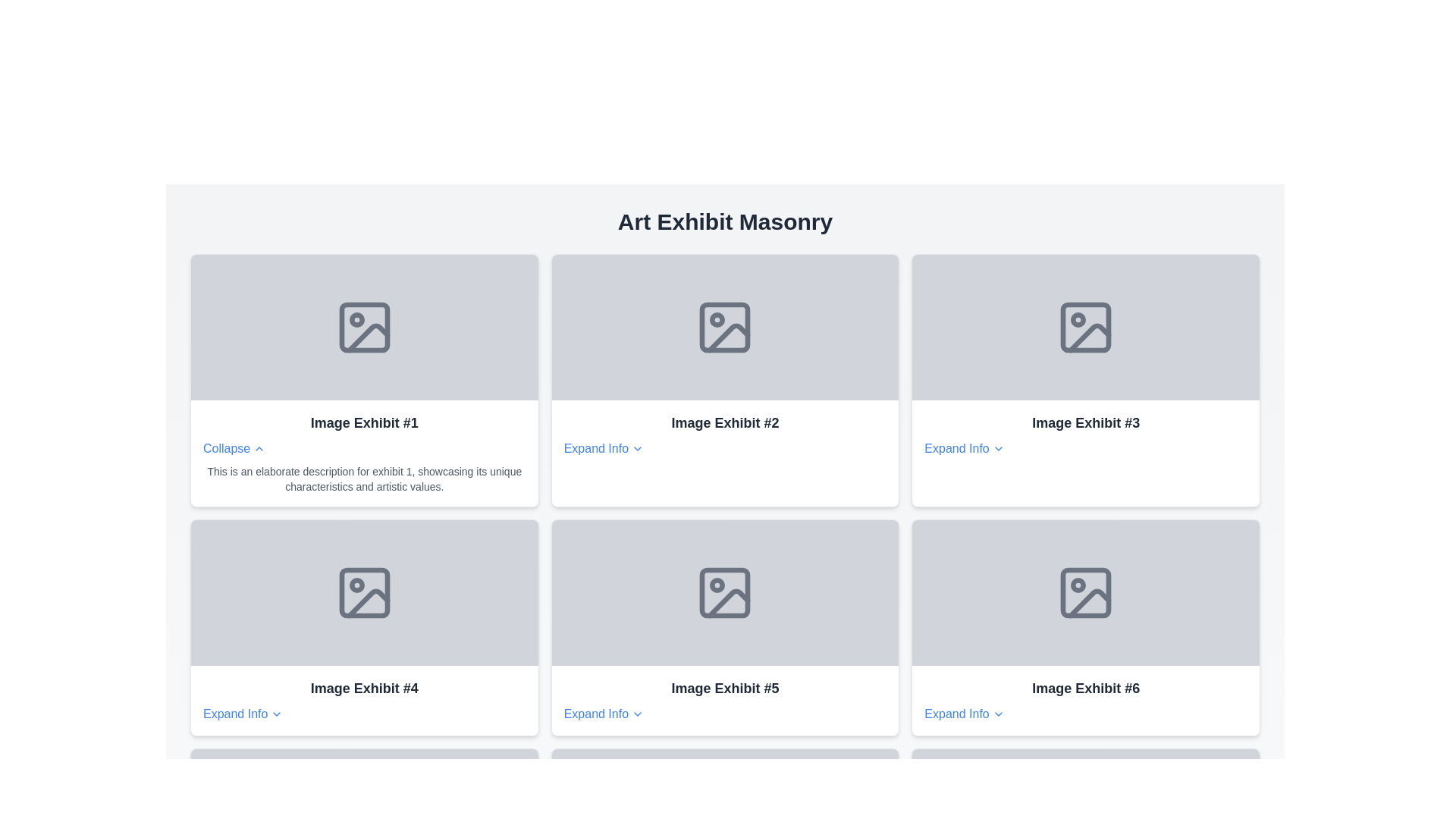 The height and width of the screenshot is (819, 1456). I want to click on the text label for the sixth exhibit in the 'Art Exhibit Masonry' layout, located in the bottom-right cell of the grid, above the 'Expand Info' link, so click(1085, 688).